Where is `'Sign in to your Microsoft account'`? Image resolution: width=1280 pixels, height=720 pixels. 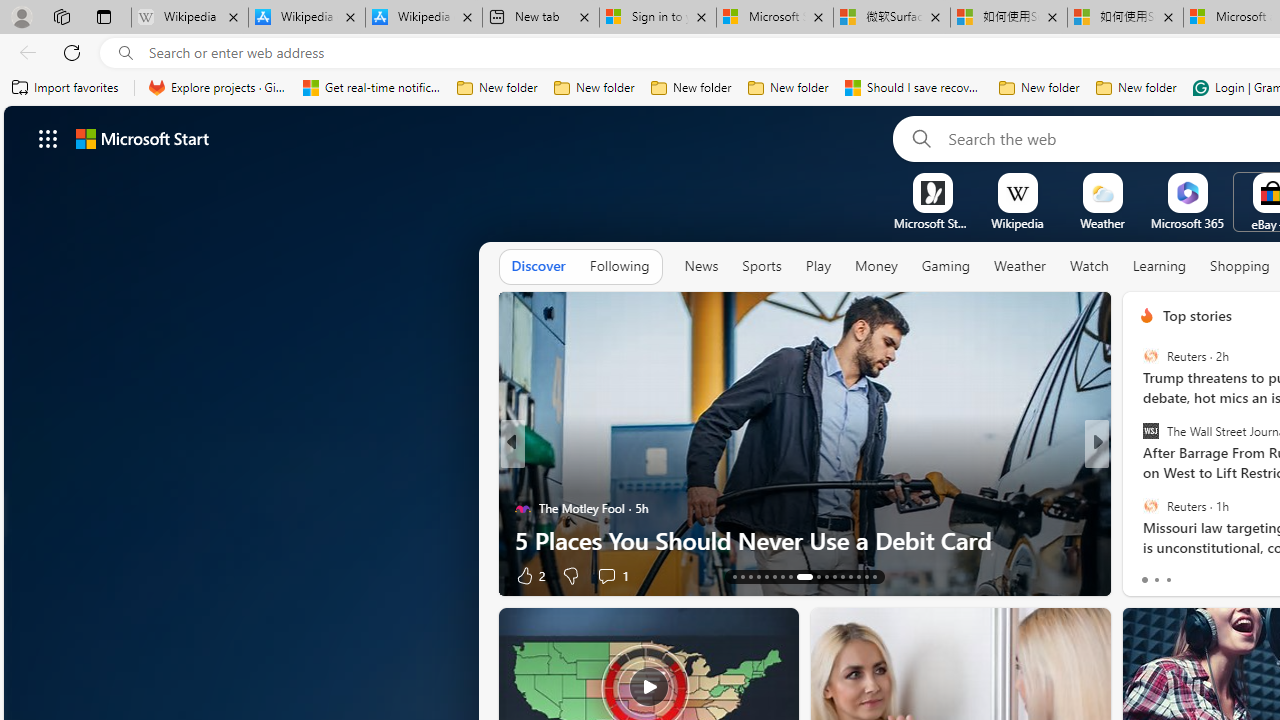
'Sign in to your Microsoft account' is located at coordinates (657, 17).